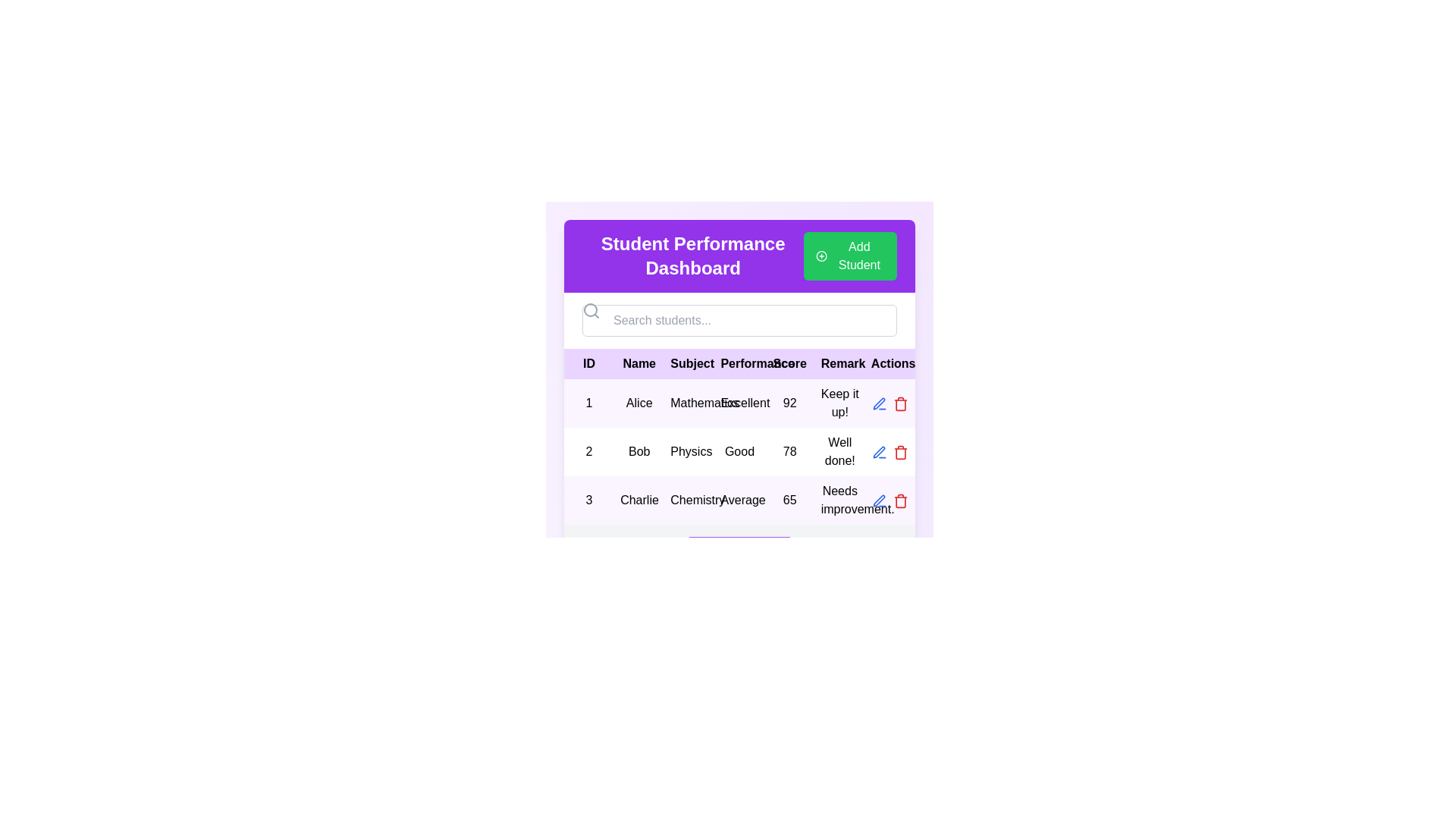 This screenshot has height=819, width=1456. I want to click on the Table Header Cell labeled 'Subject' in the Student Performance Dashboard, which is the third column header in a table of seven headers, so click(689, 363).